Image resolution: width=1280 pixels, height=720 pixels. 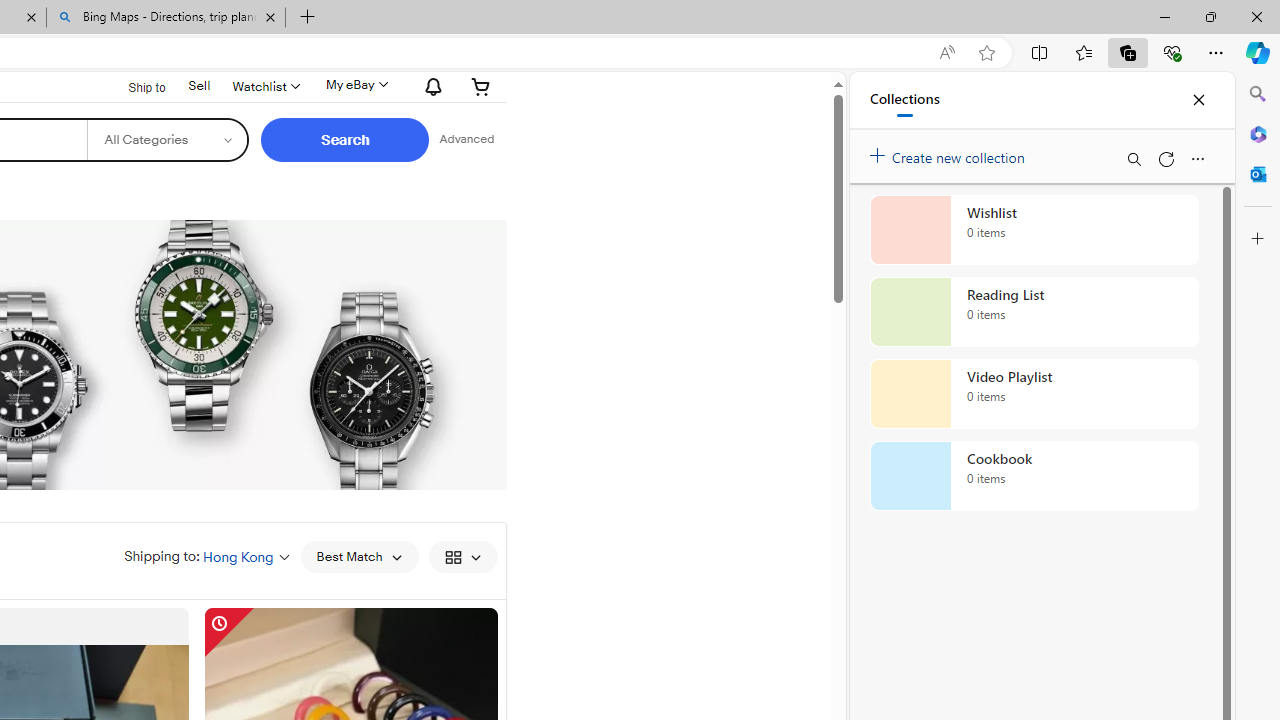 What do you see at coordinates (461, 556) in the screenshot?
I see `'View: Gallery View'` at bounding box center [461, 556].